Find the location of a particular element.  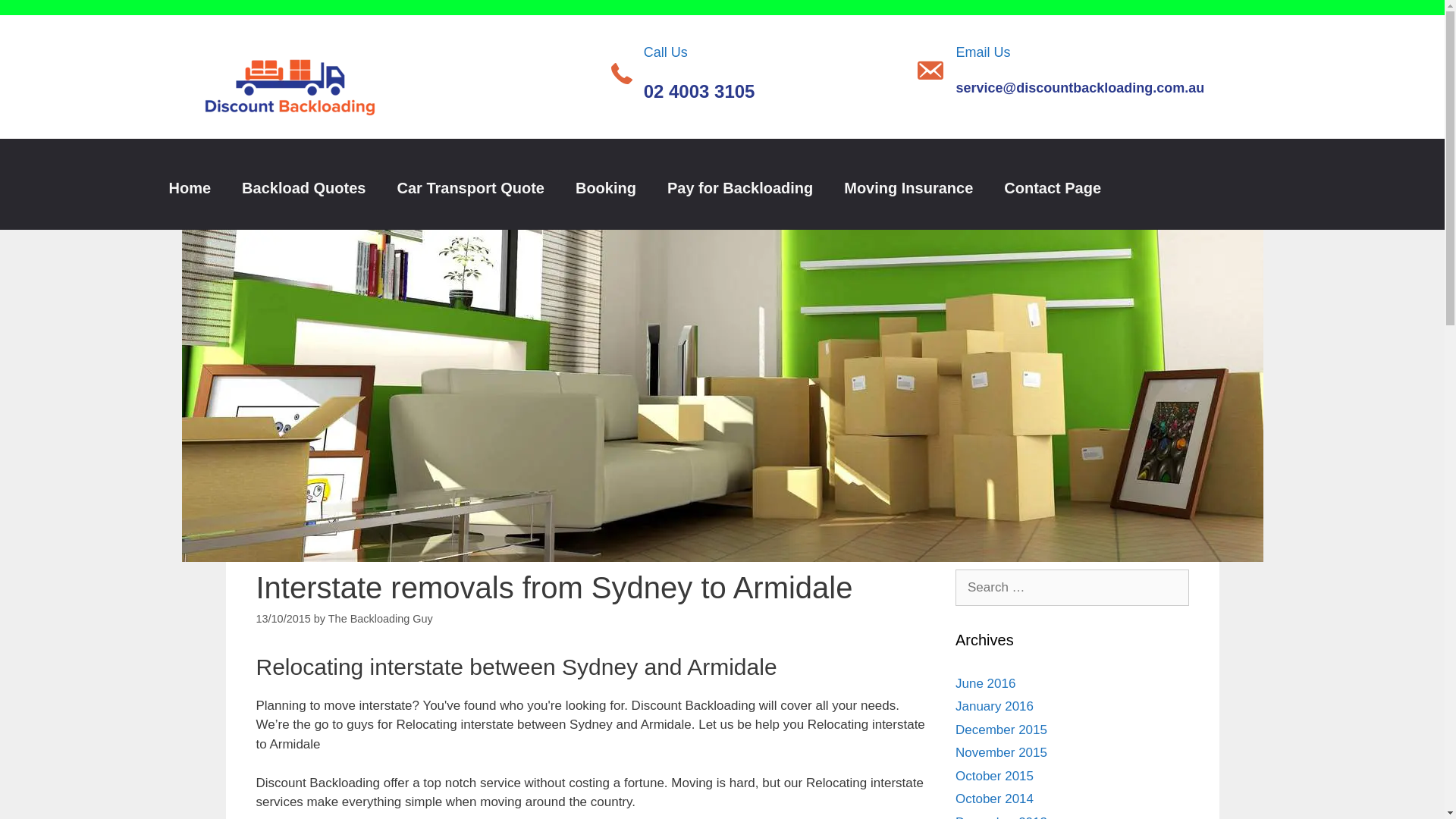

'Pay for Backloading' is located at coordinates (739, 187).